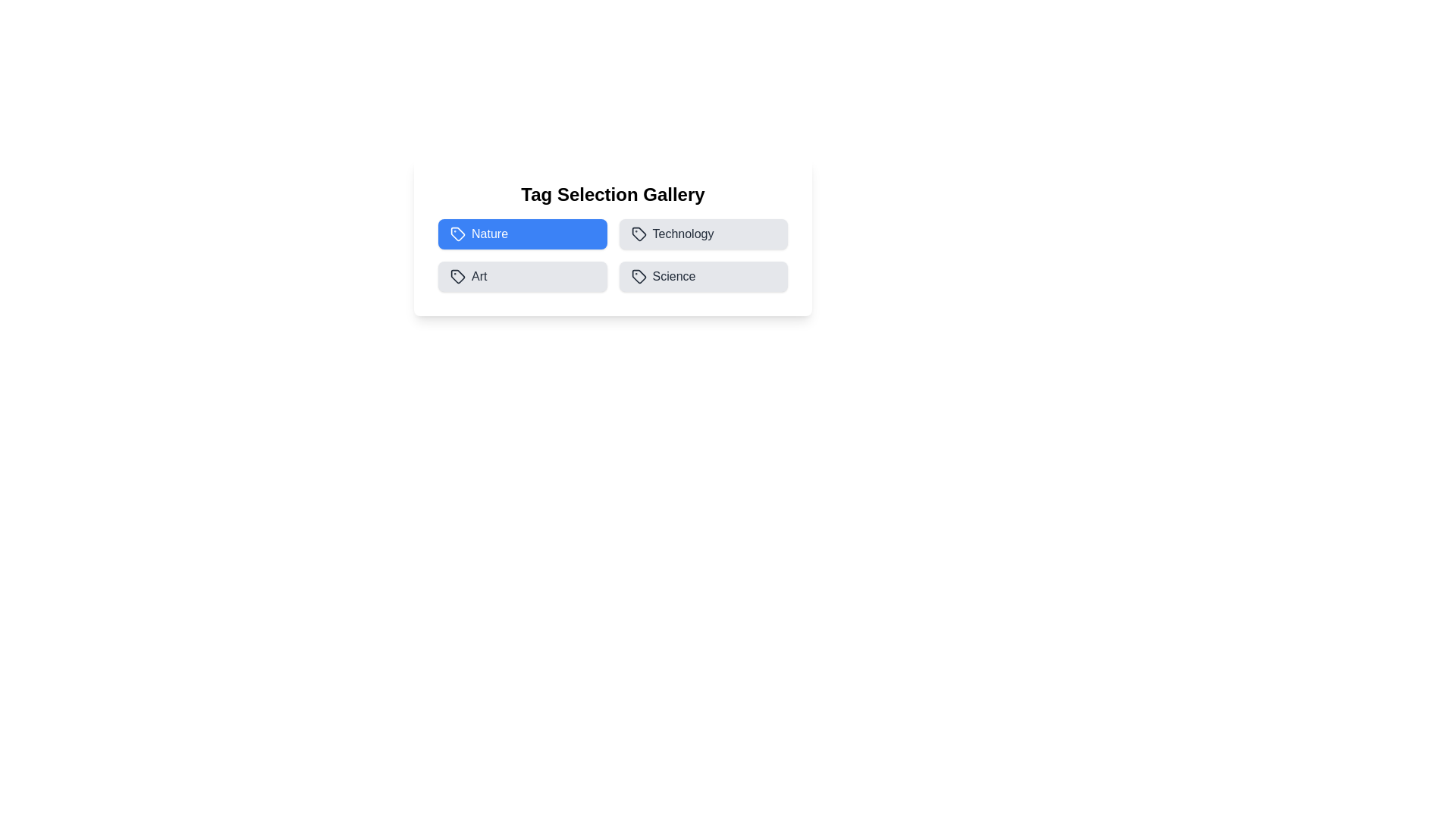  What do you see at coordinates (702, 234) in the screenshot?
I see `the tag labeled Technology` at bounding box center [702, 234].